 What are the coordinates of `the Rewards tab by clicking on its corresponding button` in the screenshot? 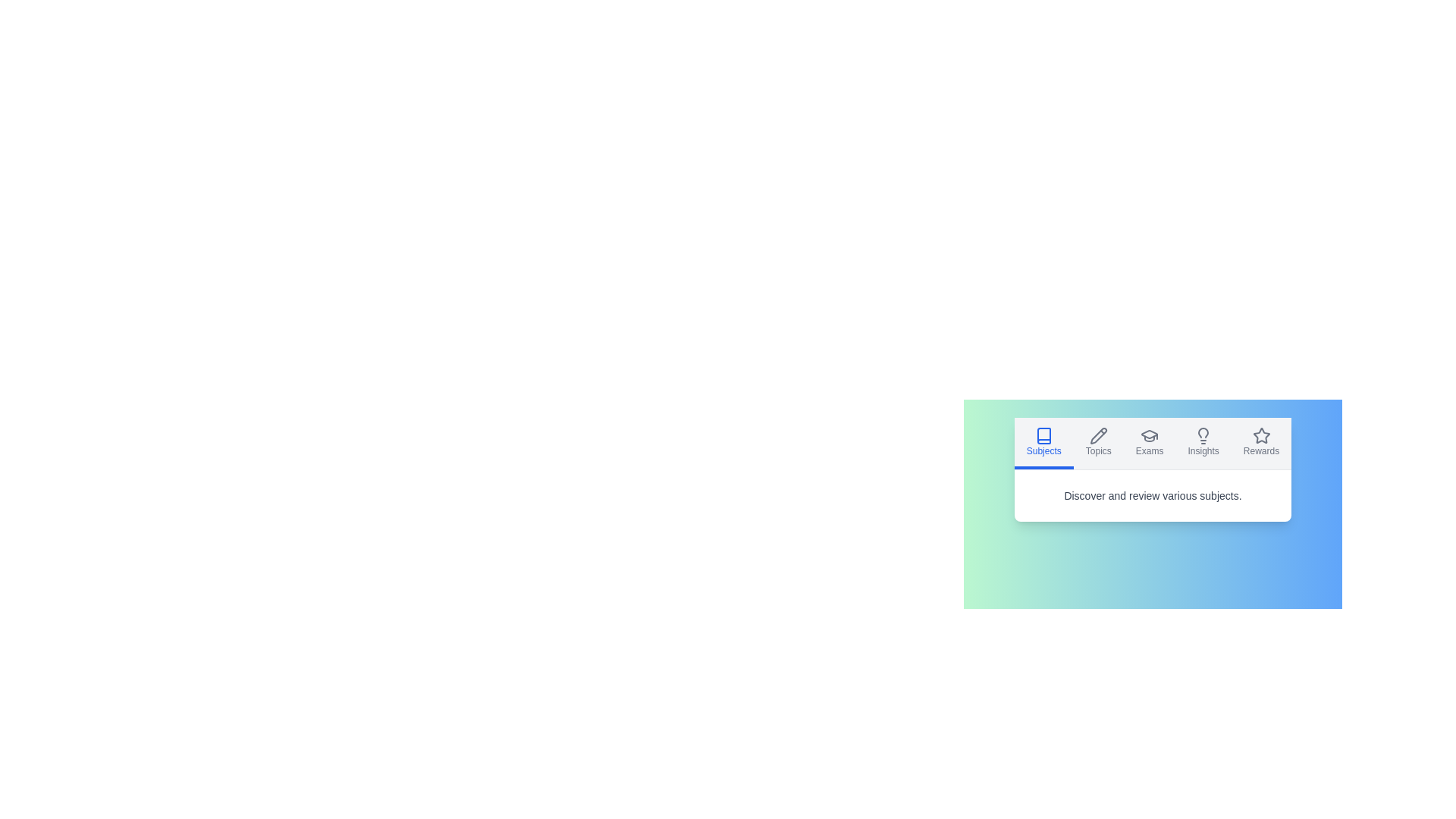 It's located at (1261, 444).